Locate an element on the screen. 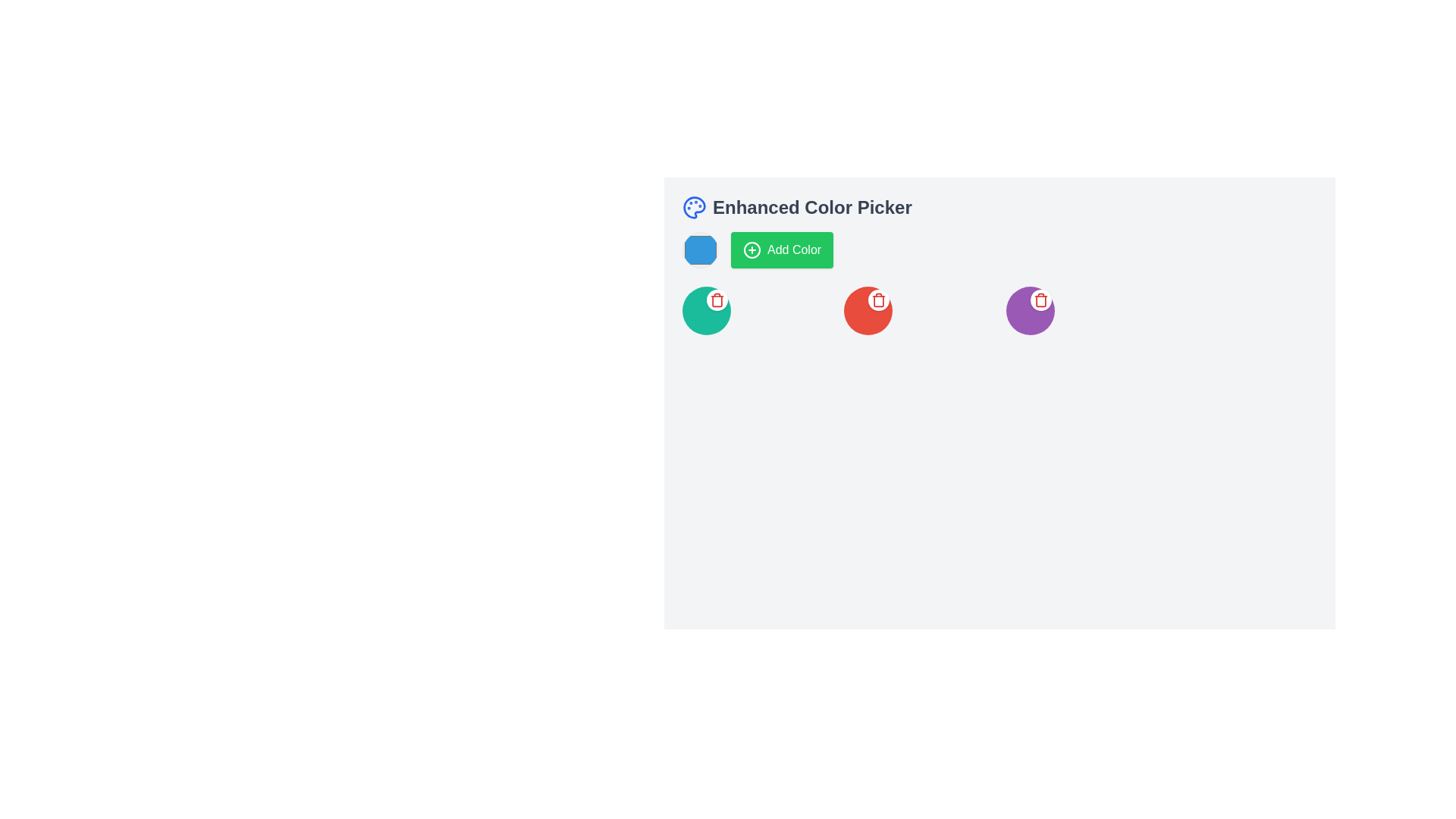 Image resolution: width=1456 pixels, height=819 pixels. the second circular color option with a delete action, which is positioned between a green circle and a purple circle in the Enhanced Color Picker interface is located at coordinates (868, 309).